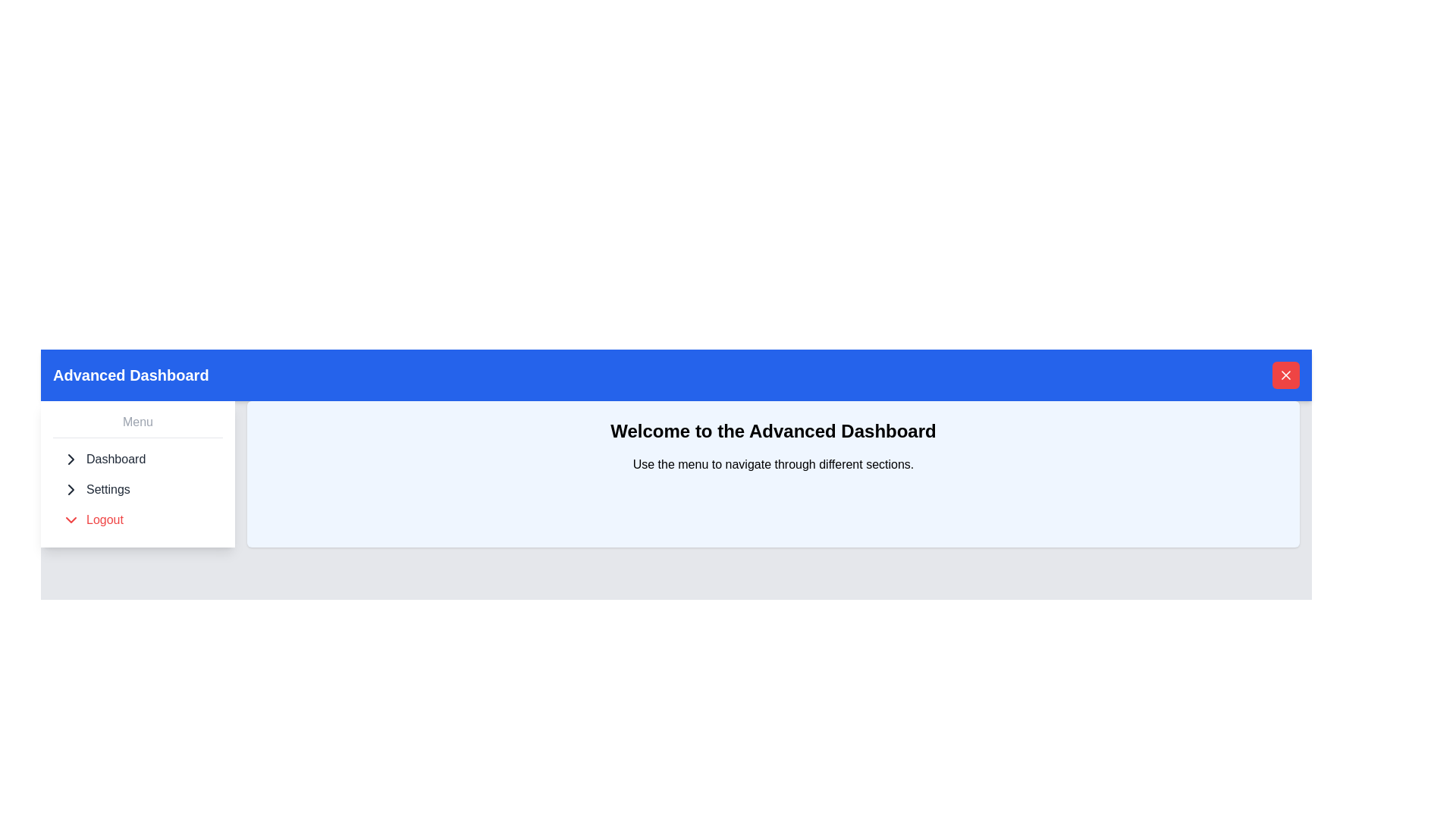 This screenshot has width=1456, height=819. What do you see at coordinates (138, 425) in the screenshot?
I see `the static text label displaying 'Menu', which is styled with a grayish color and located at the top of the list in the left panel of the interface` at bounding box center [138, 425].